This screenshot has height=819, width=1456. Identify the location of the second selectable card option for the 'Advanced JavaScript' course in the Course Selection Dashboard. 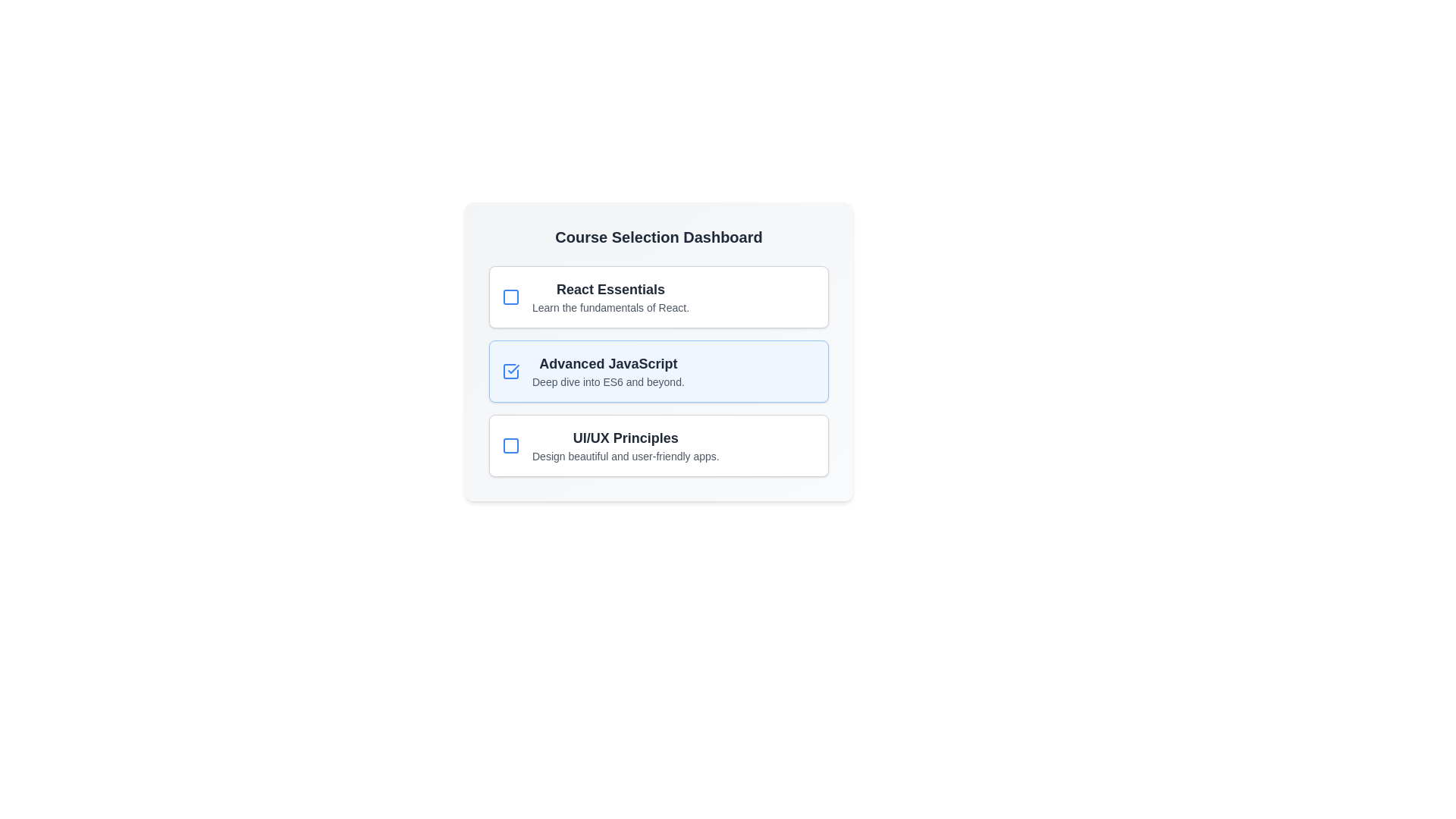
(658, 371).